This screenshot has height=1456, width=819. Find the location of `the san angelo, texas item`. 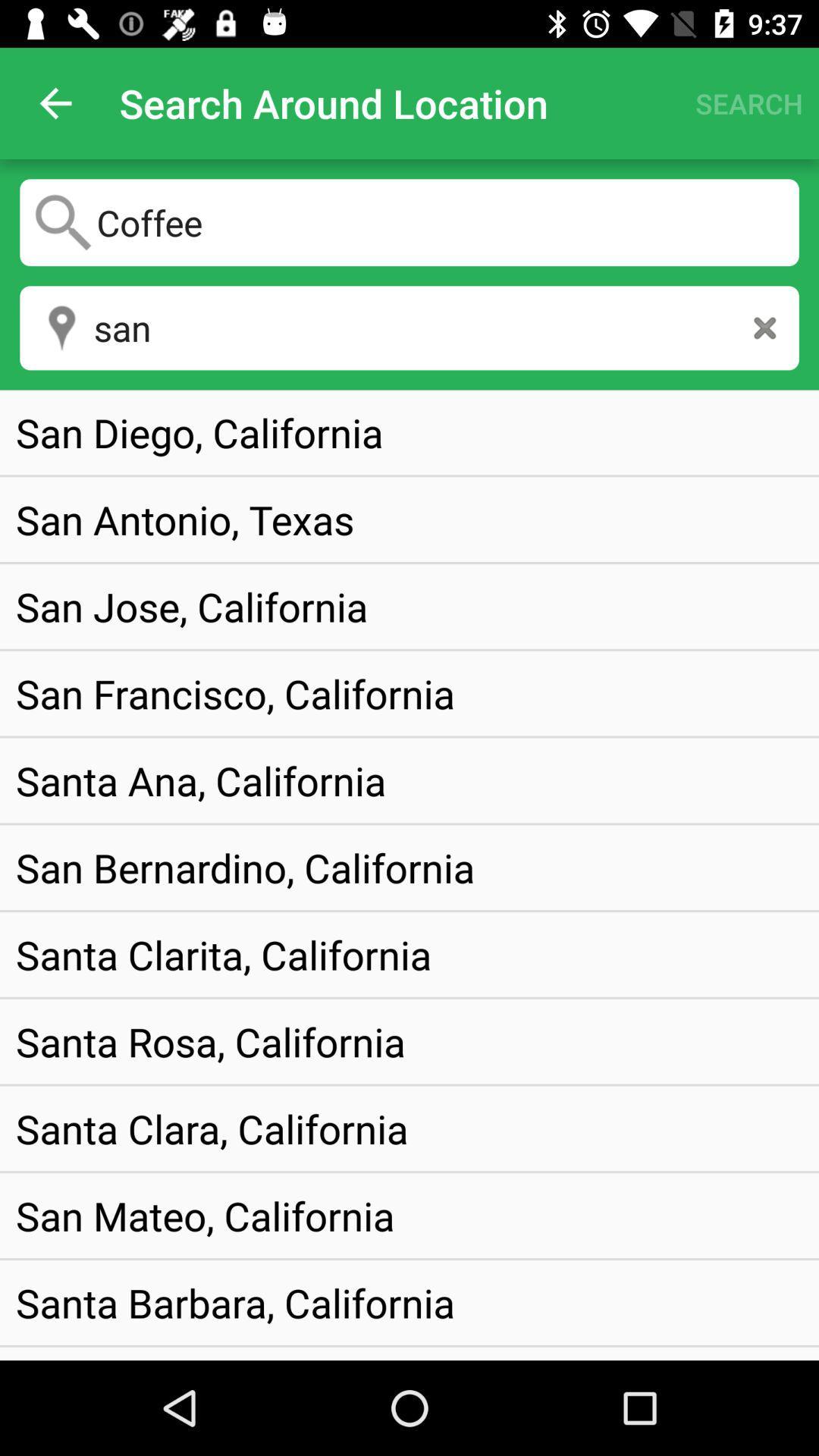

the san angelo, texas item is located at coordinates (177, 1354).